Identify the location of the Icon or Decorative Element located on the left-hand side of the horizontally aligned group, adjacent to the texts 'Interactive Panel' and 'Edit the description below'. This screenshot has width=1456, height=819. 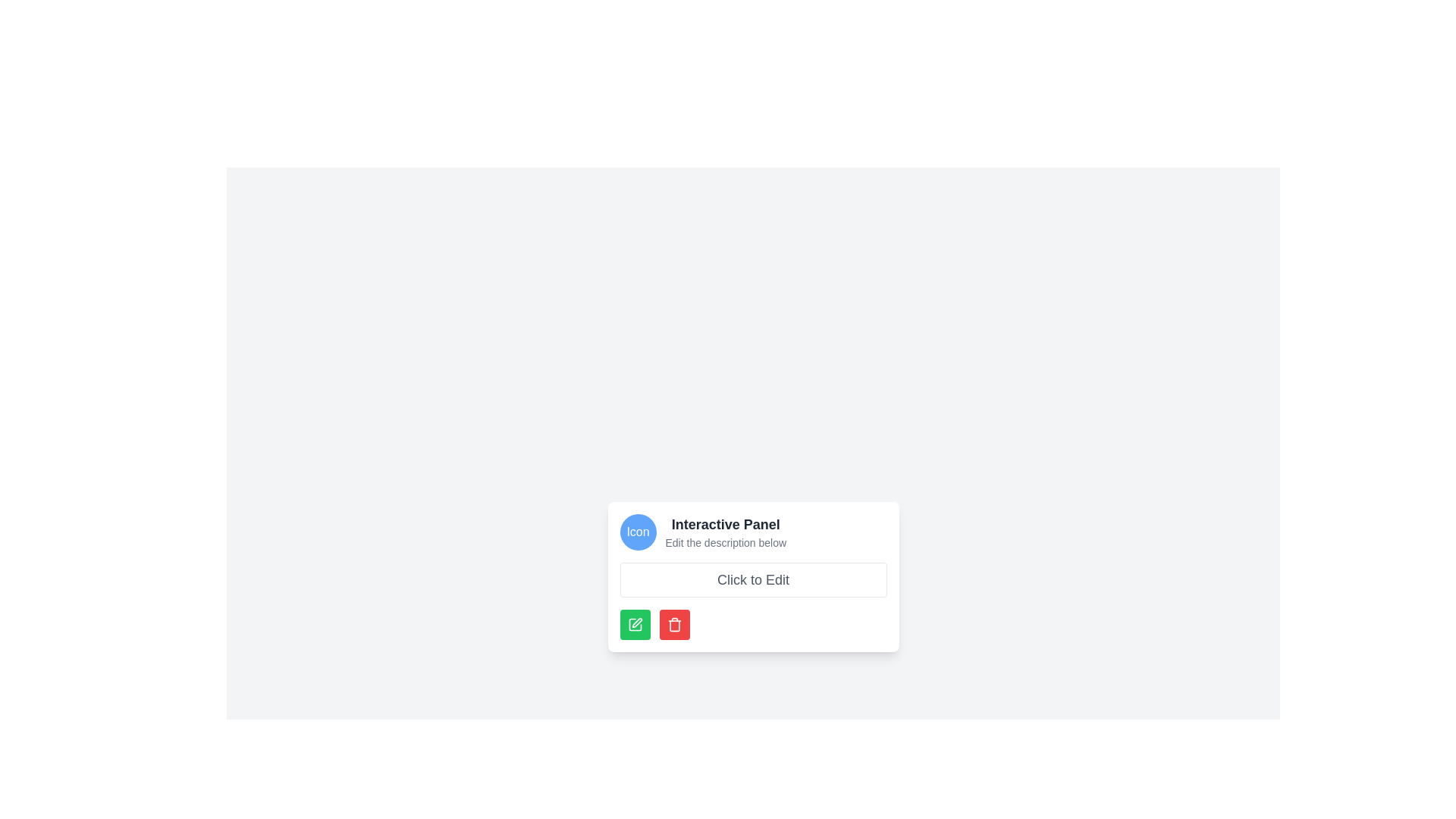
(638, 532).